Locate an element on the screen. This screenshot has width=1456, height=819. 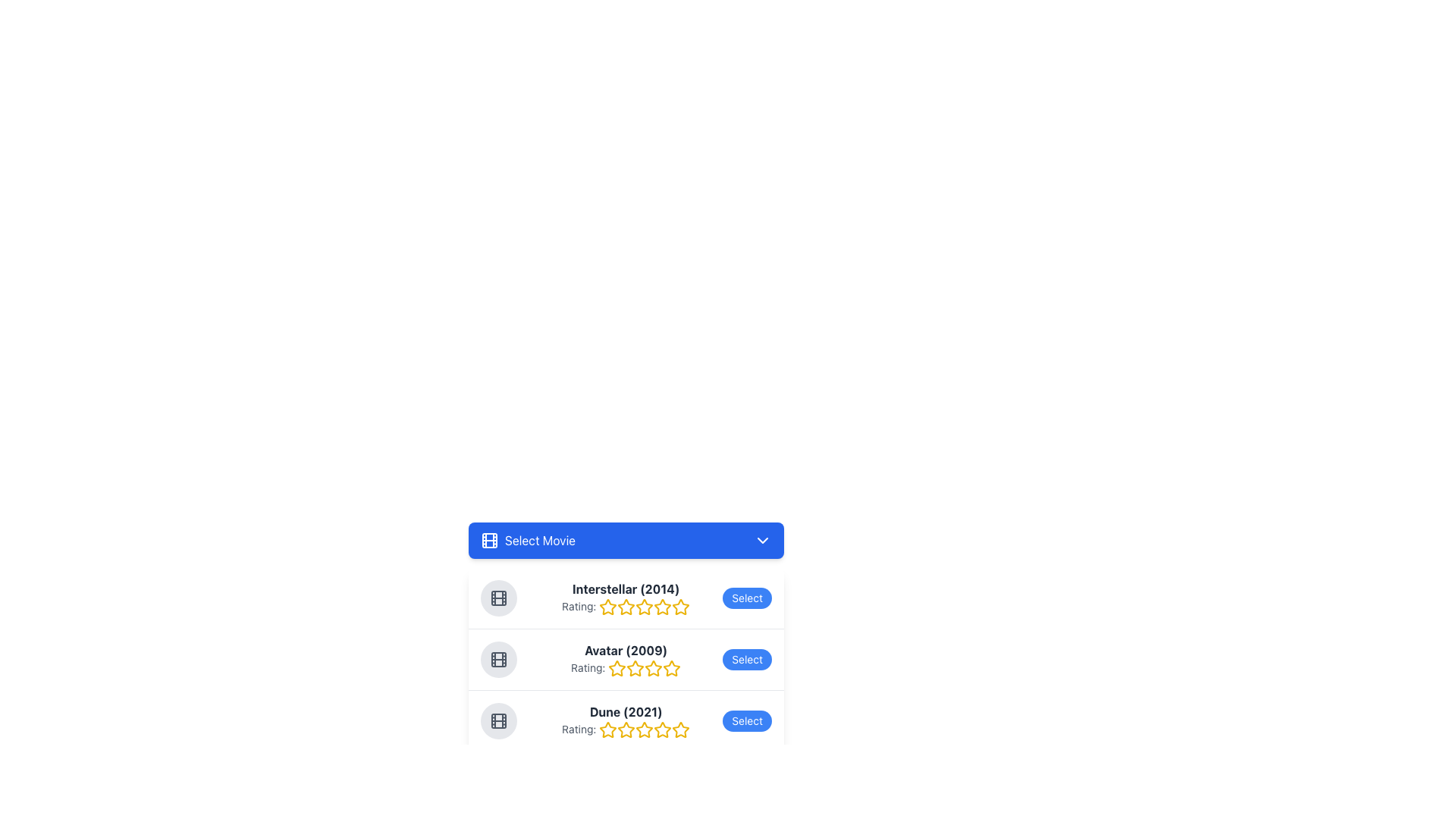
the blue button labeled 'Select' at the rightmost end of the 'Dune (2021)' movie card is located at coordinates (747, 720).